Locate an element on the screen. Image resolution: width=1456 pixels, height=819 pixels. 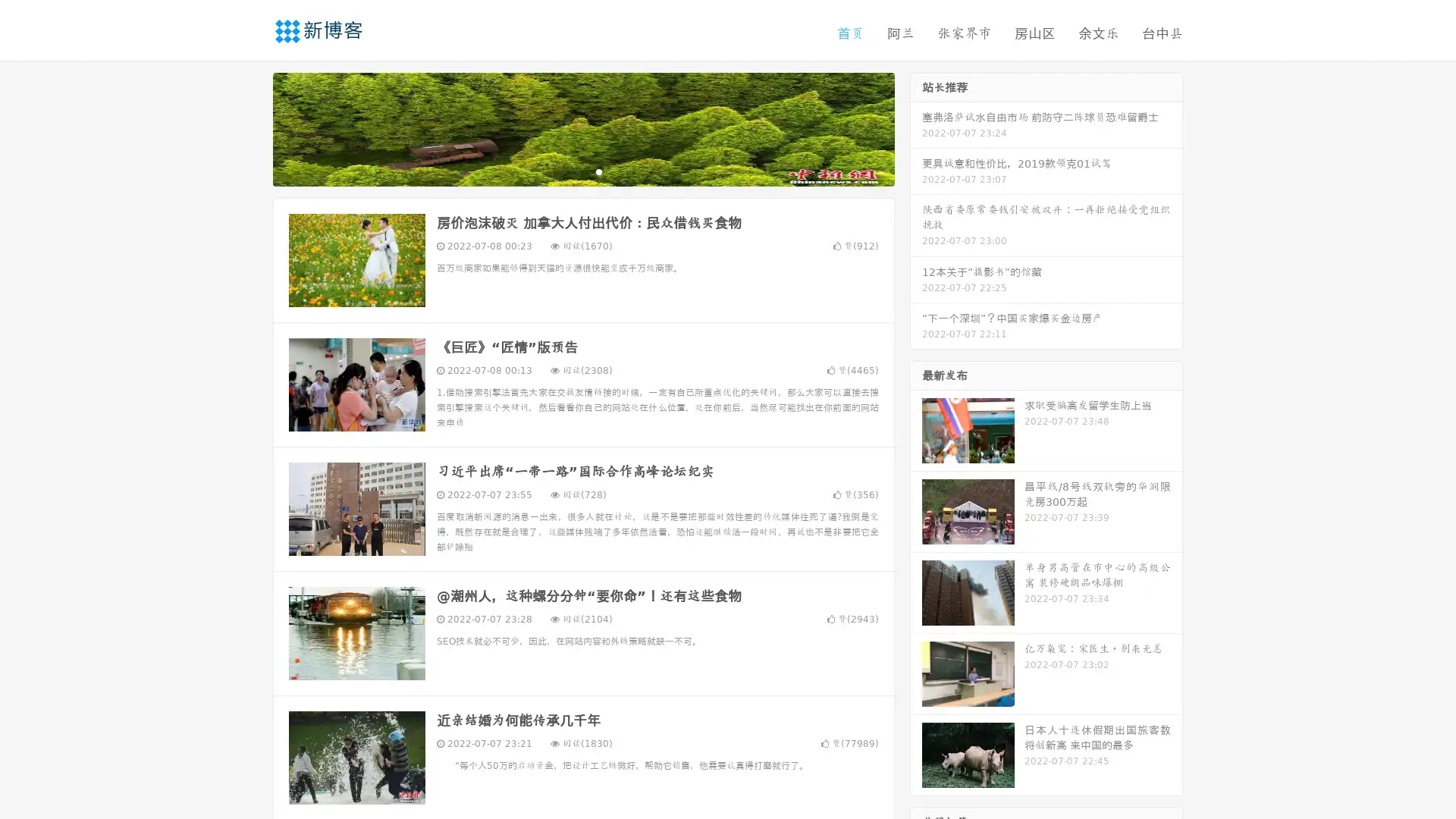
Go to slide 2 is located at coordinates (582, 171).